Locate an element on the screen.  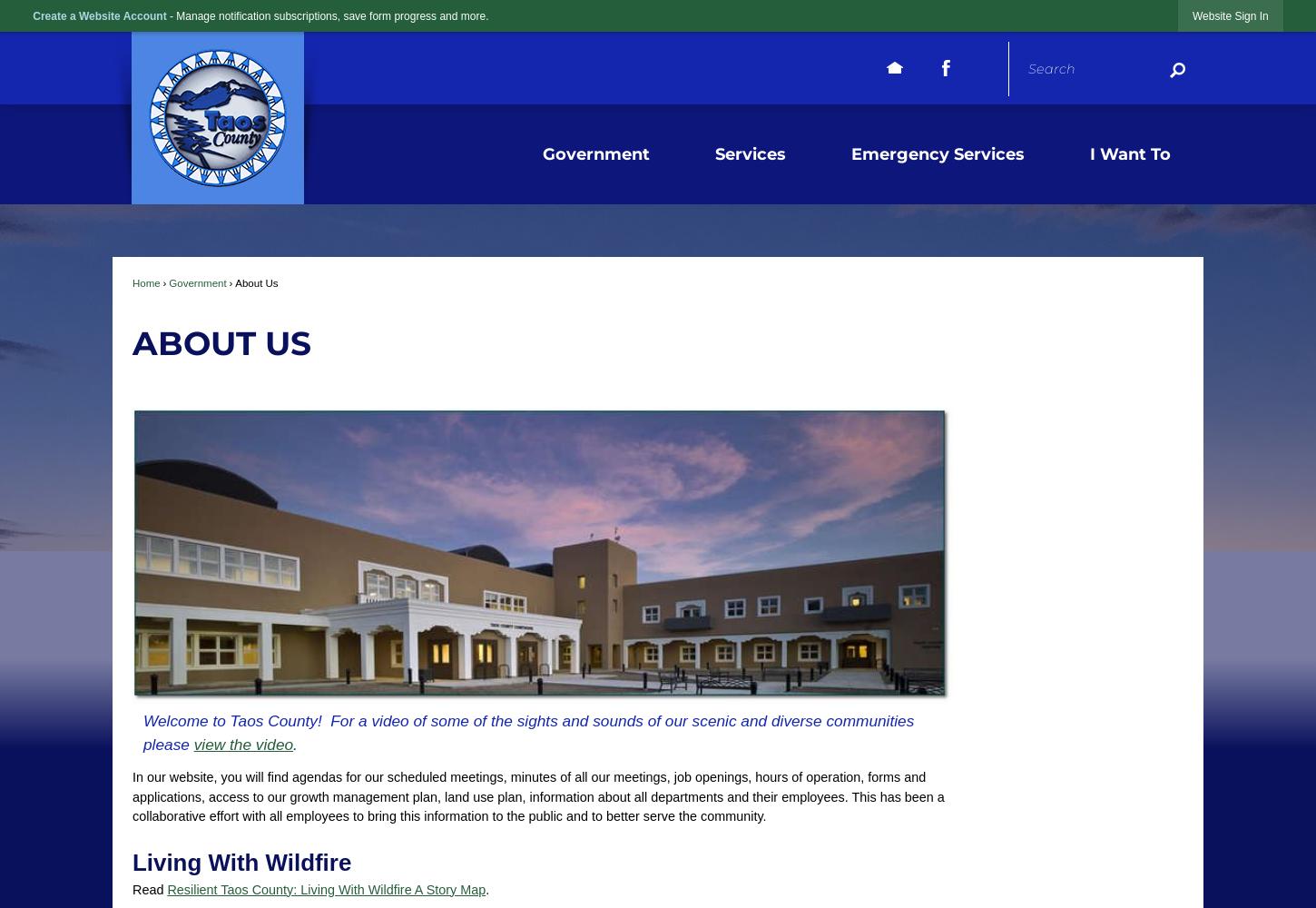
'Read' is located at coordinates (148, 888).